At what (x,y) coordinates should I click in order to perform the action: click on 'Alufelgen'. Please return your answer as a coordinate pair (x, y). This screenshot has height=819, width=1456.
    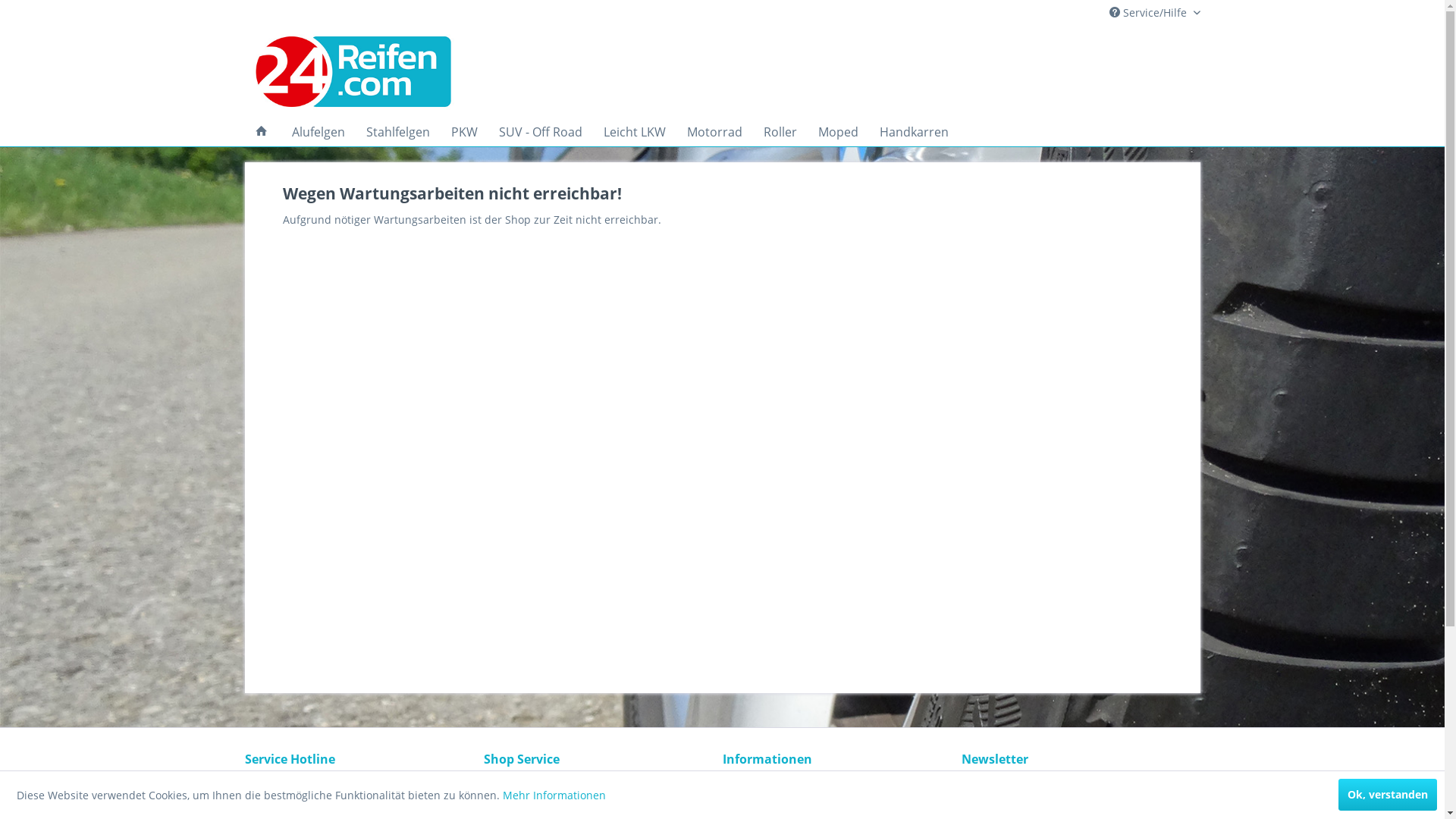
    Looking at the image, I should click on (316, 130).